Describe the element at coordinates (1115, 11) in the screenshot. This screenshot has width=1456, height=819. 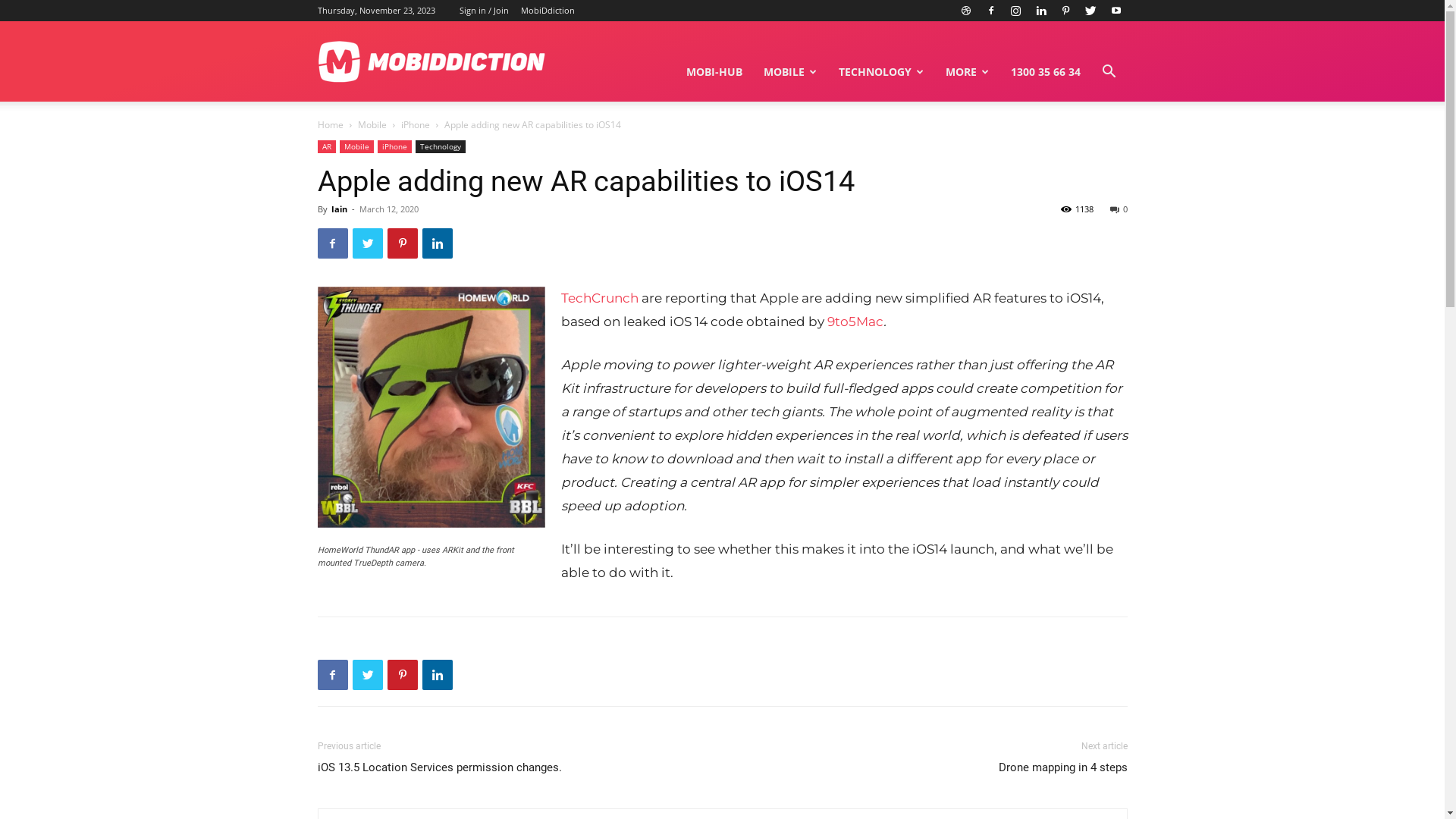
I see `'Youtube'` at that location.